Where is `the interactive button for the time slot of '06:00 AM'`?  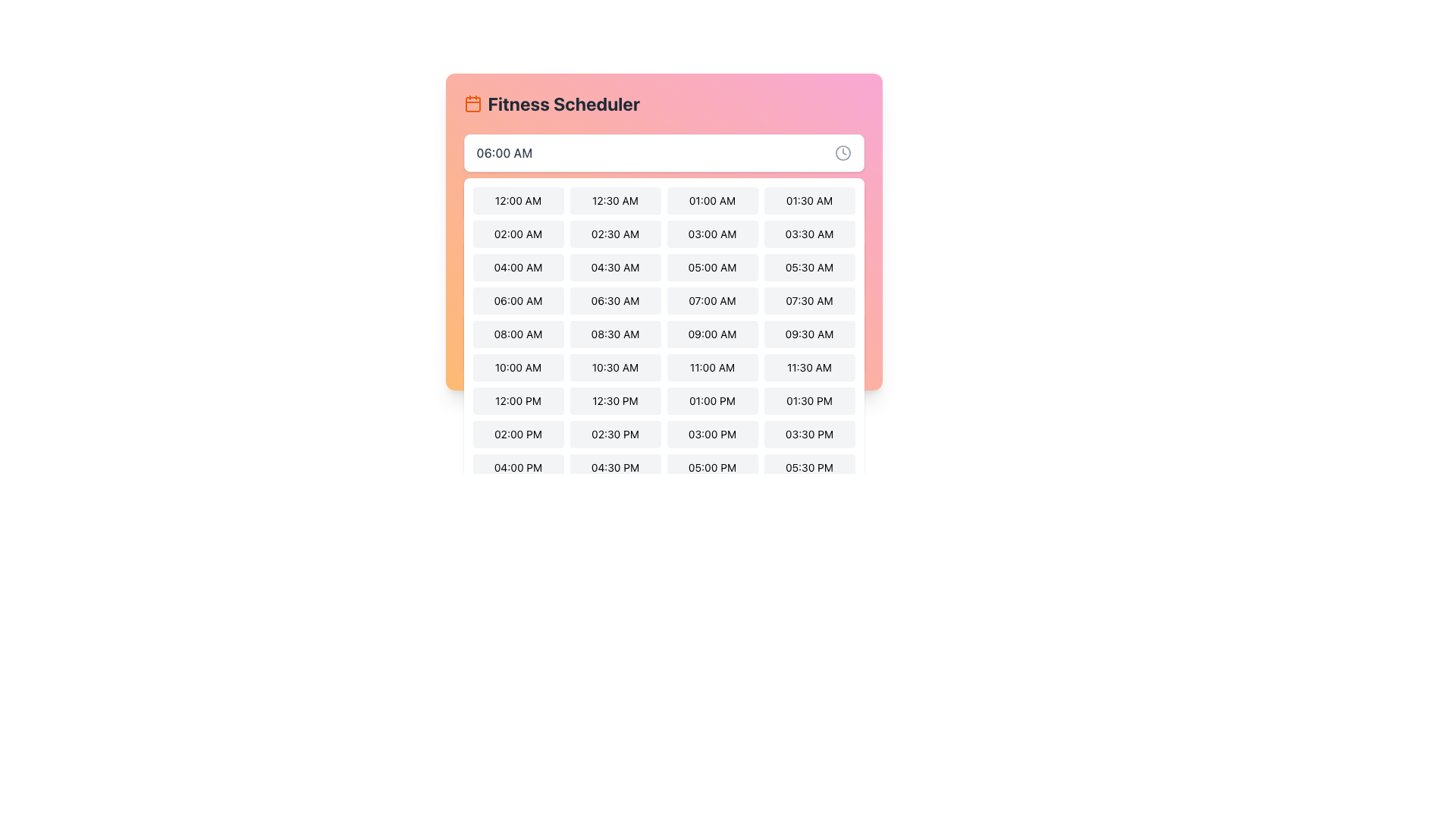 the interactive button for the time slot of '06:00 AM' is located at coordinates (518, 301).